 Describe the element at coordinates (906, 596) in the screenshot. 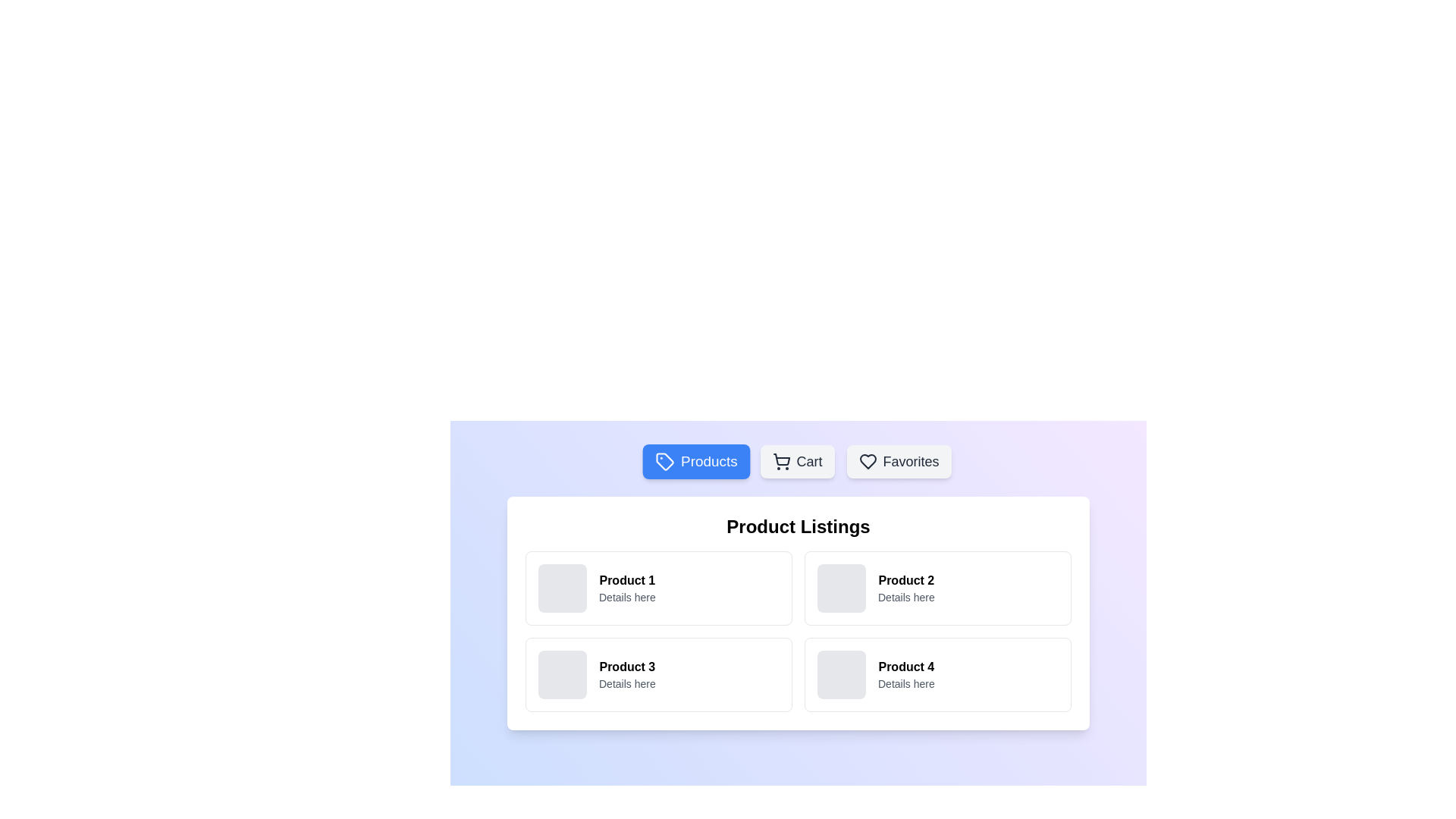

I see `the text element that provides additional descriptive information for 'Product 2', located below the 'Product 2' text within the card layout in the top-right quadrant of the product listing grid` at that location.